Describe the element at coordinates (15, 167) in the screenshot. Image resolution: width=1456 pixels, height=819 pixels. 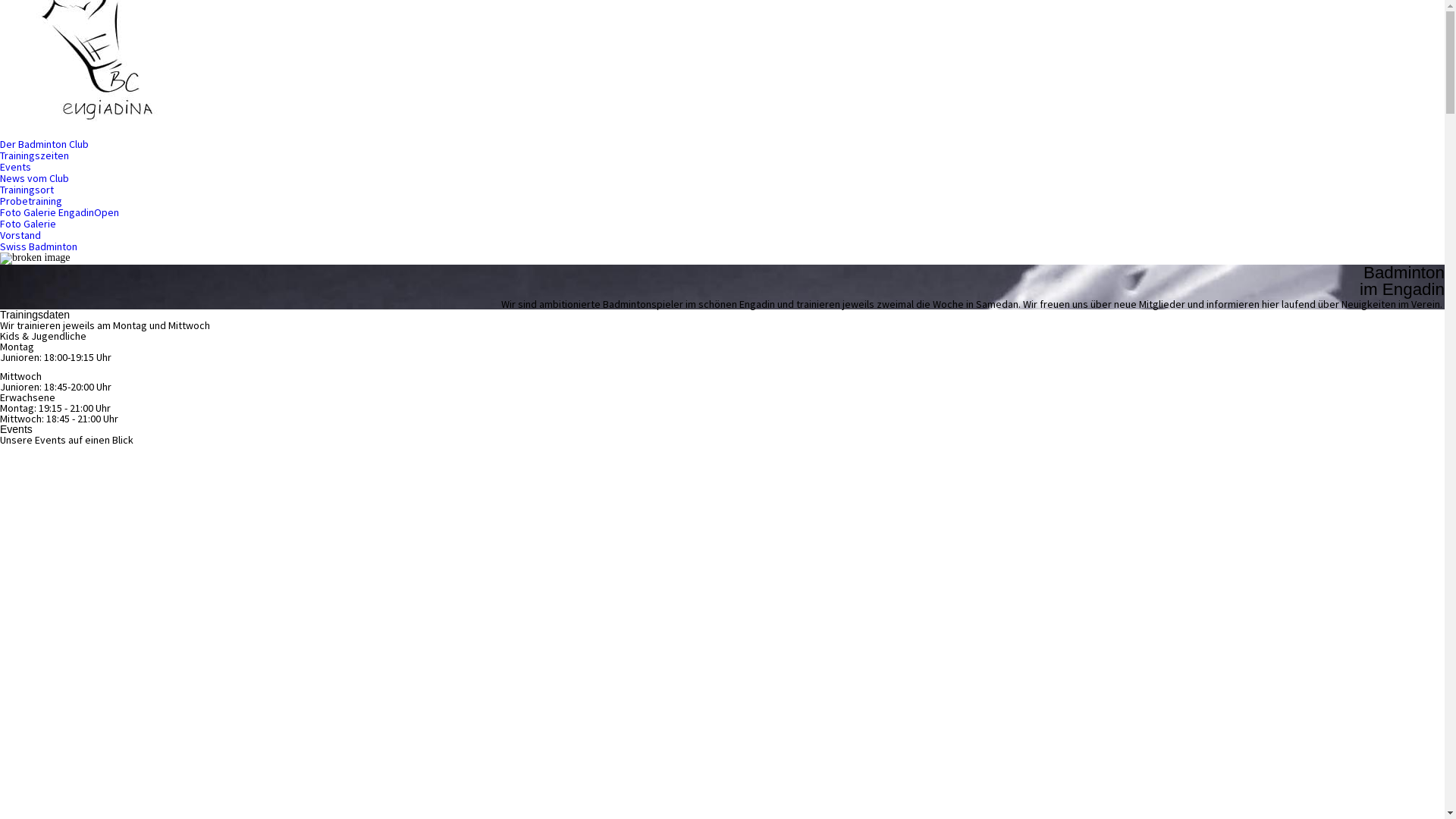
I see `'Events'` at that location.